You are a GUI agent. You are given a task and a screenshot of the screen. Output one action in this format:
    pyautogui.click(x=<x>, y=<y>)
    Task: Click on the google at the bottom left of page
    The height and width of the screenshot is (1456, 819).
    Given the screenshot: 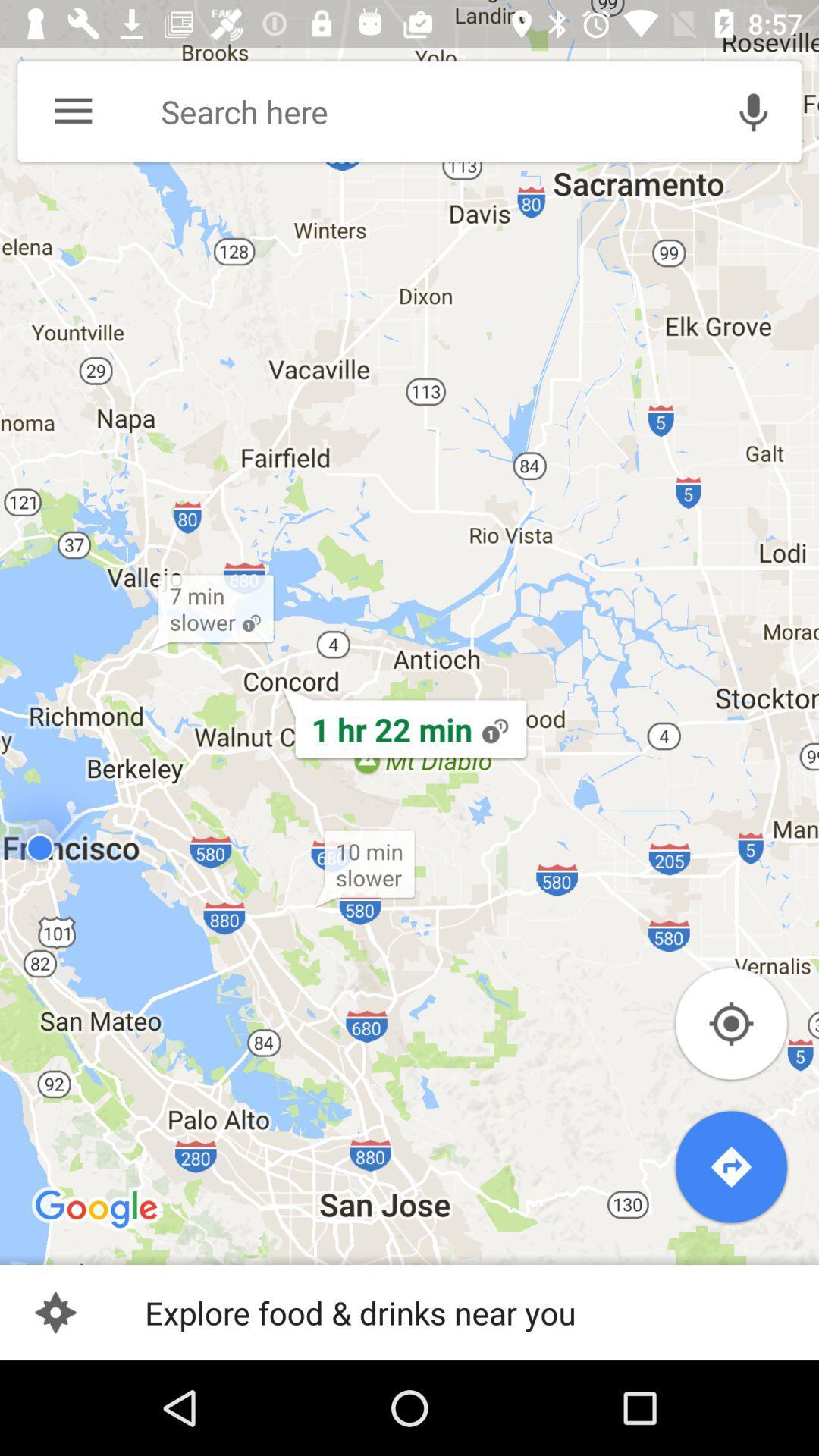 What is the action you would take?
    pyautogui.click(x=97, y=1209)
    